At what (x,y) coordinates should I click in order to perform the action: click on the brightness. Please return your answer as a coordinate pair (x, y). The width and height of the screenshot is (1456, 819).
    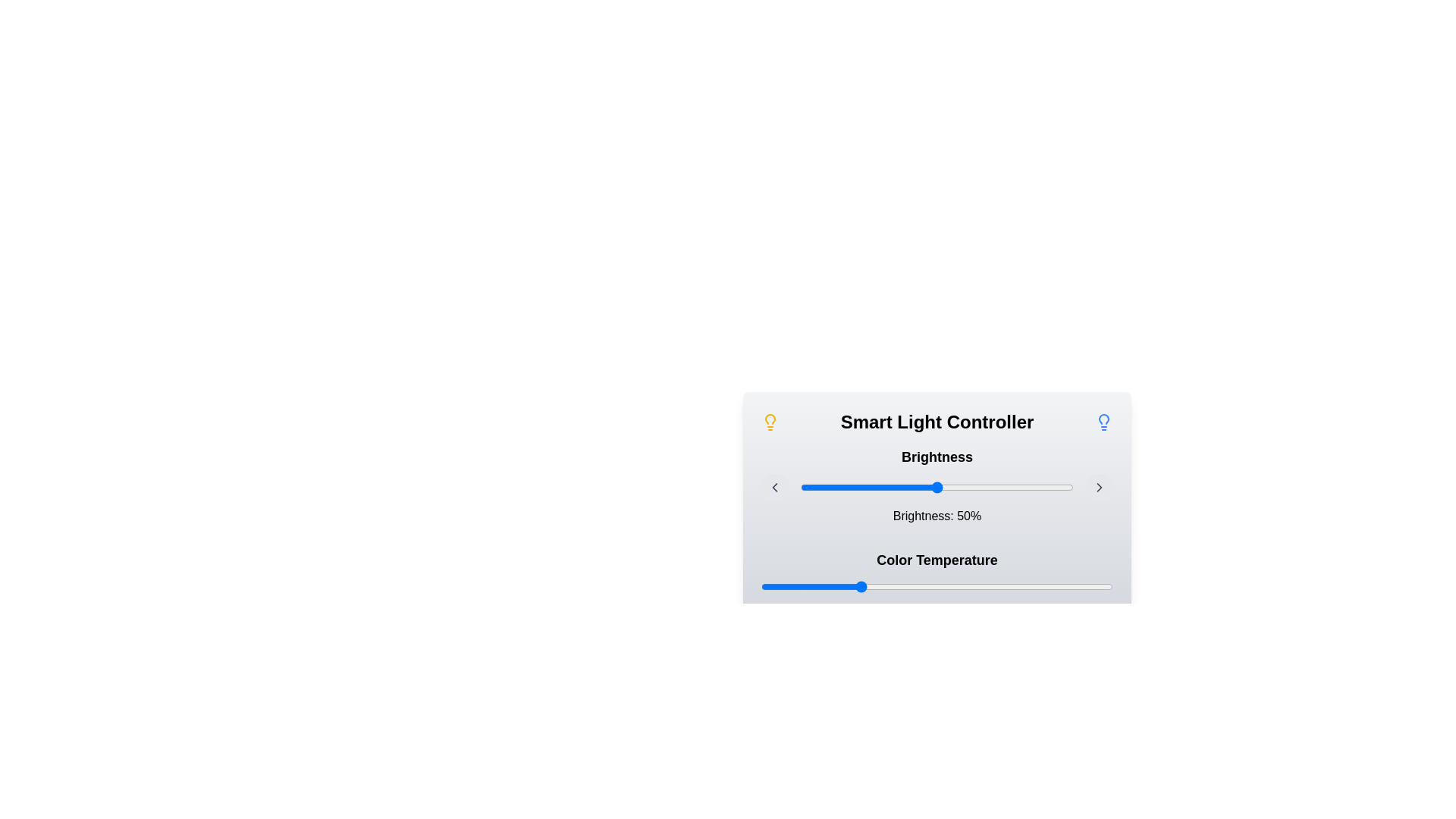
    Looking at the image, I should click on (821, 488).